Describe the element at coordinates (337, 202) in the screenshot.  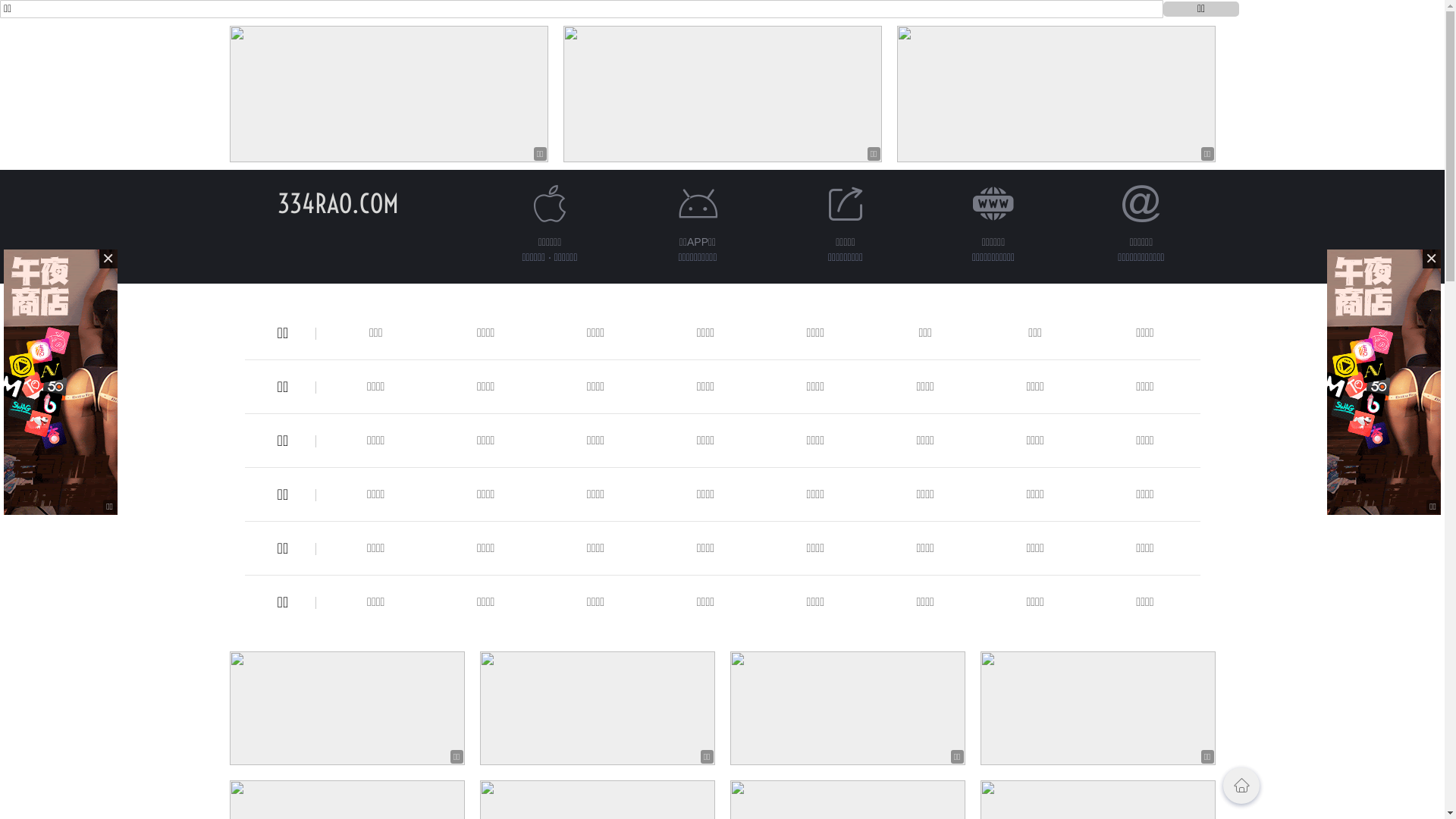
I see `'334RAO.COM'` at that location.